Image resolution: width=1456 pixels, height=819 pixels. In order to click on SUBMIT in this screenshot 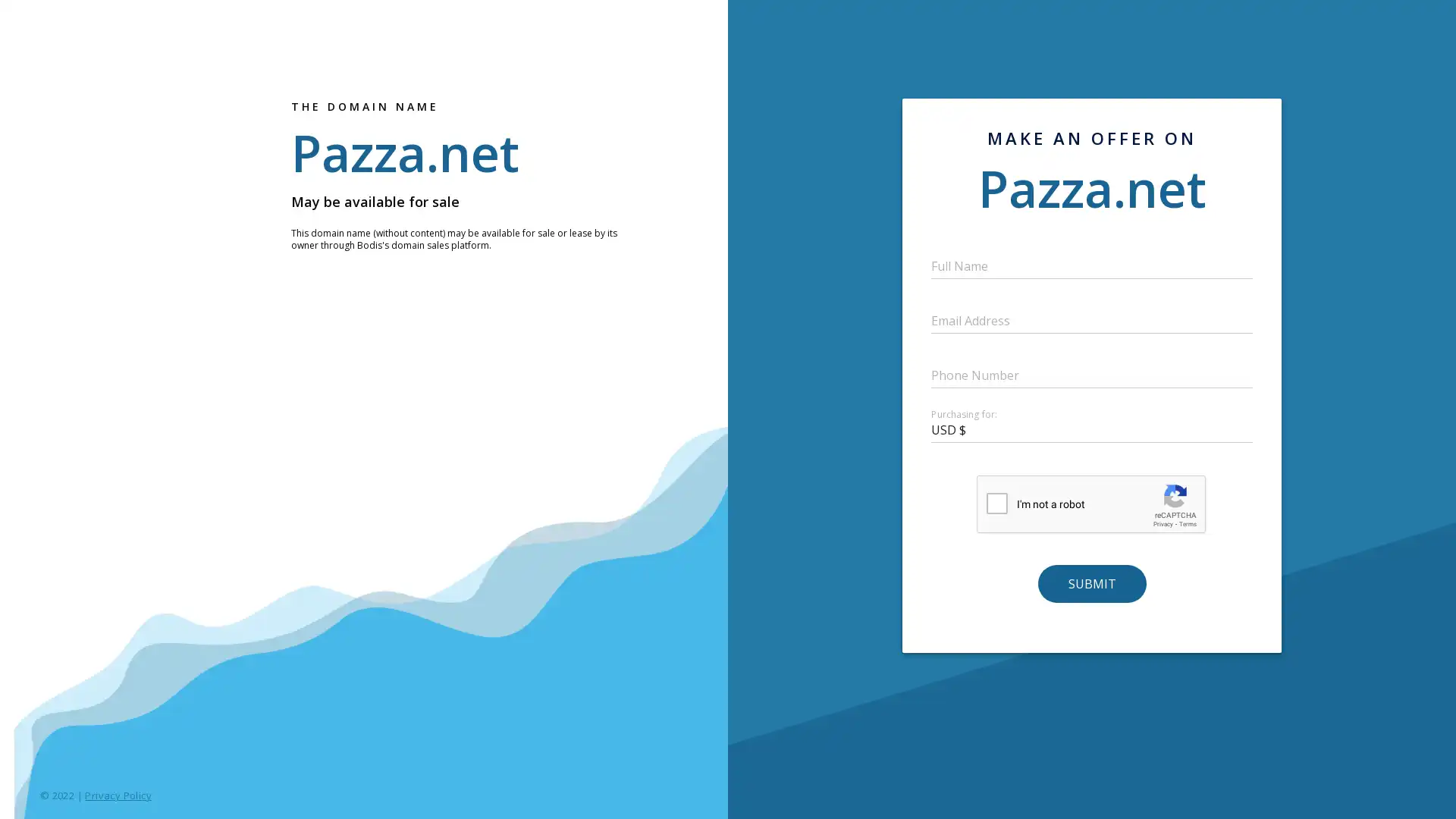, I will do `click(1090, 583)`.